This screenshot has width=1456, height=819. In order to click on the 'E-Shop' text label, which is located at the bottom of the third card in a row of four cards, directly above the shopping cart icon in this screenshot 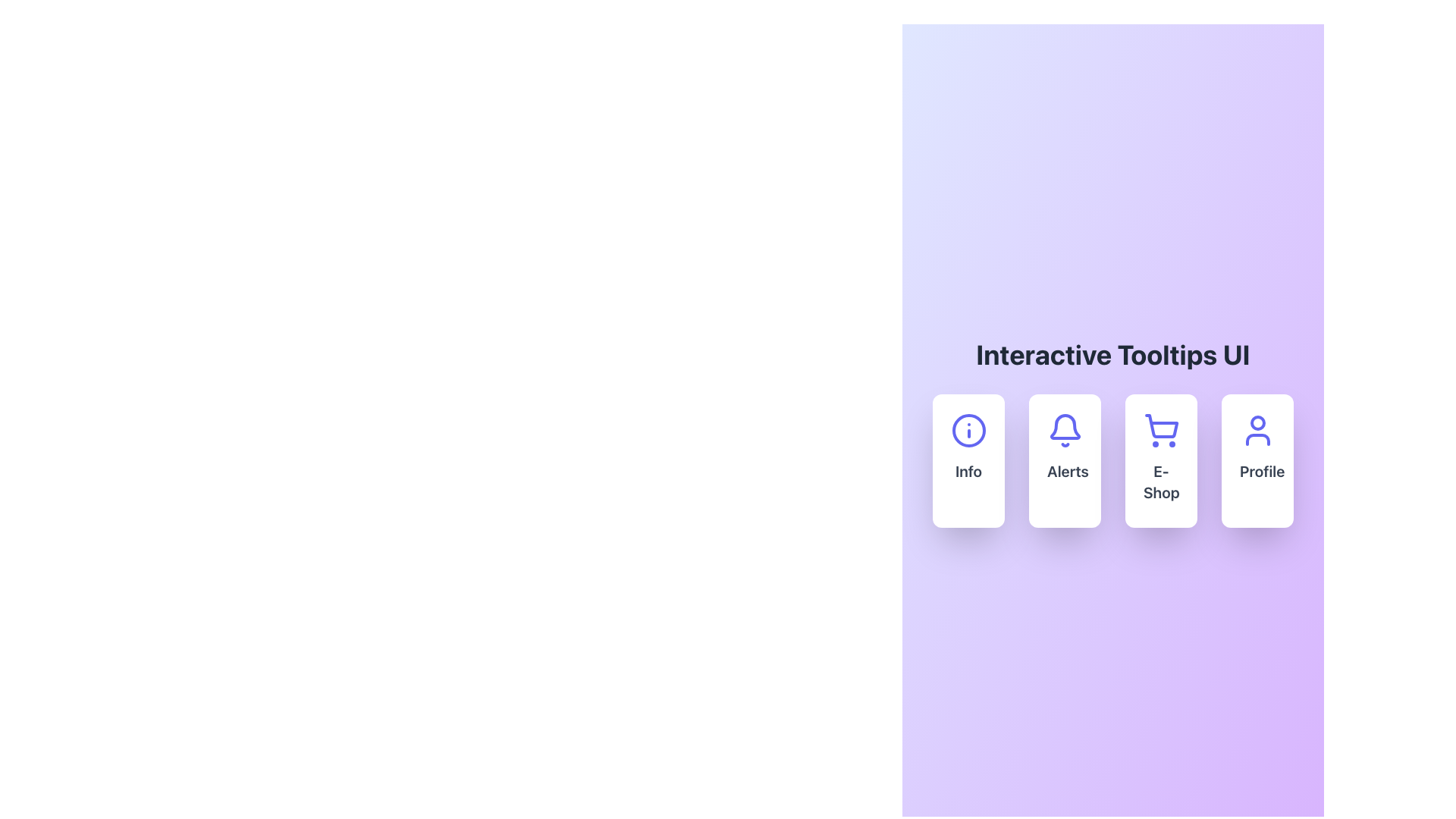, I will do `click(1160, 482)`.